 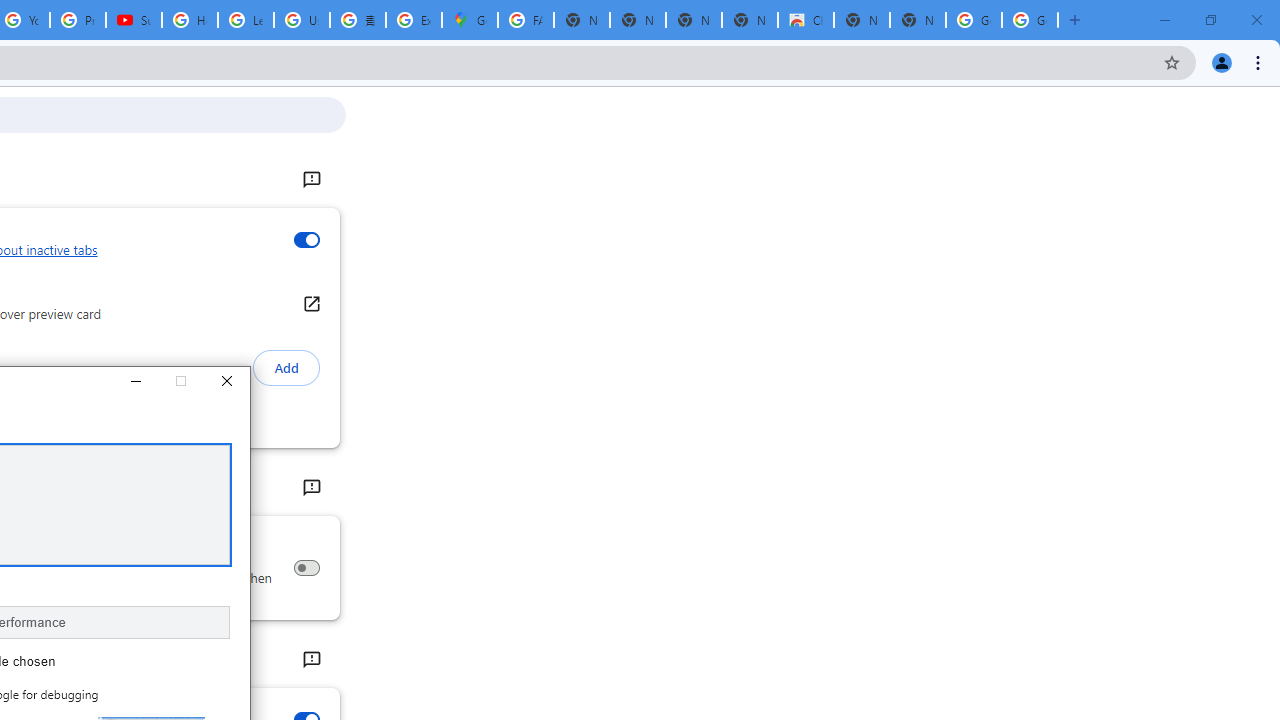 I want to click on 'Google Images', so click(x=974, y=20).